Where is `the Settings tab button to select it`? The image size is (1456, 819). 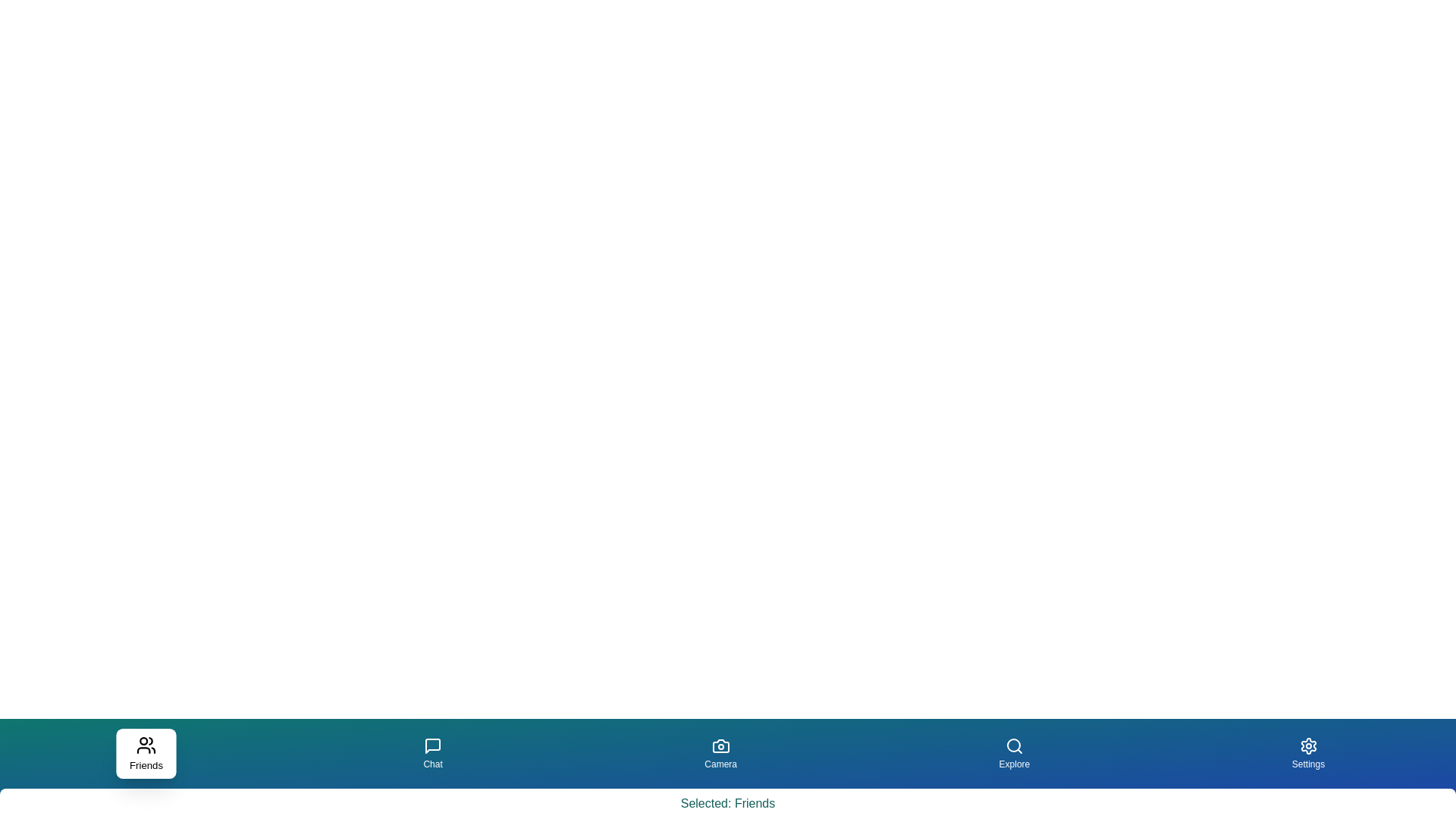 the Settings tab button to select it is located at coordinates (1307, 754).